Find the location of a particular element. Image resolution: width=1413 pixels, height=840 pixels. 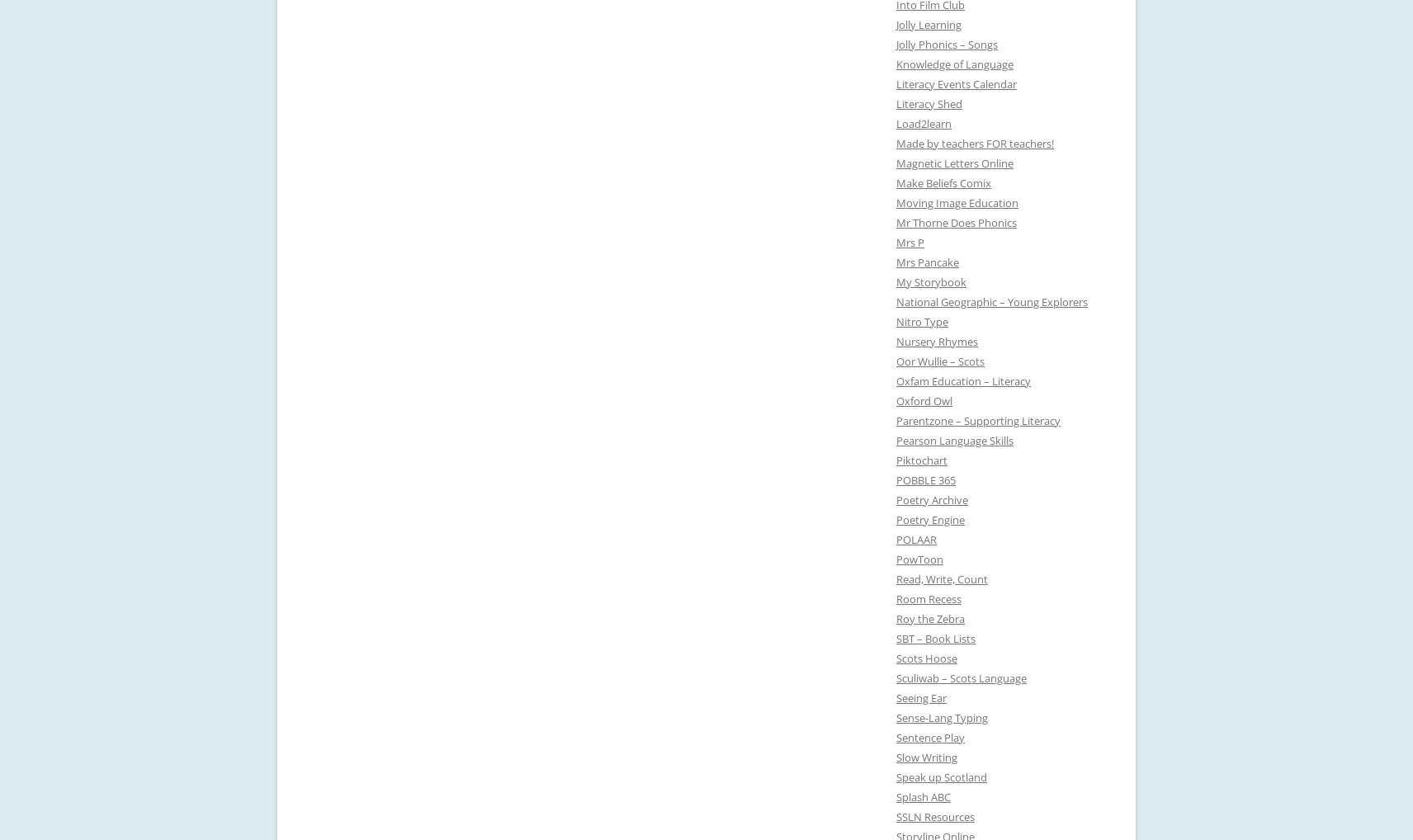

'Oor Wullie – Scots' is located at coordinates (940, 361).